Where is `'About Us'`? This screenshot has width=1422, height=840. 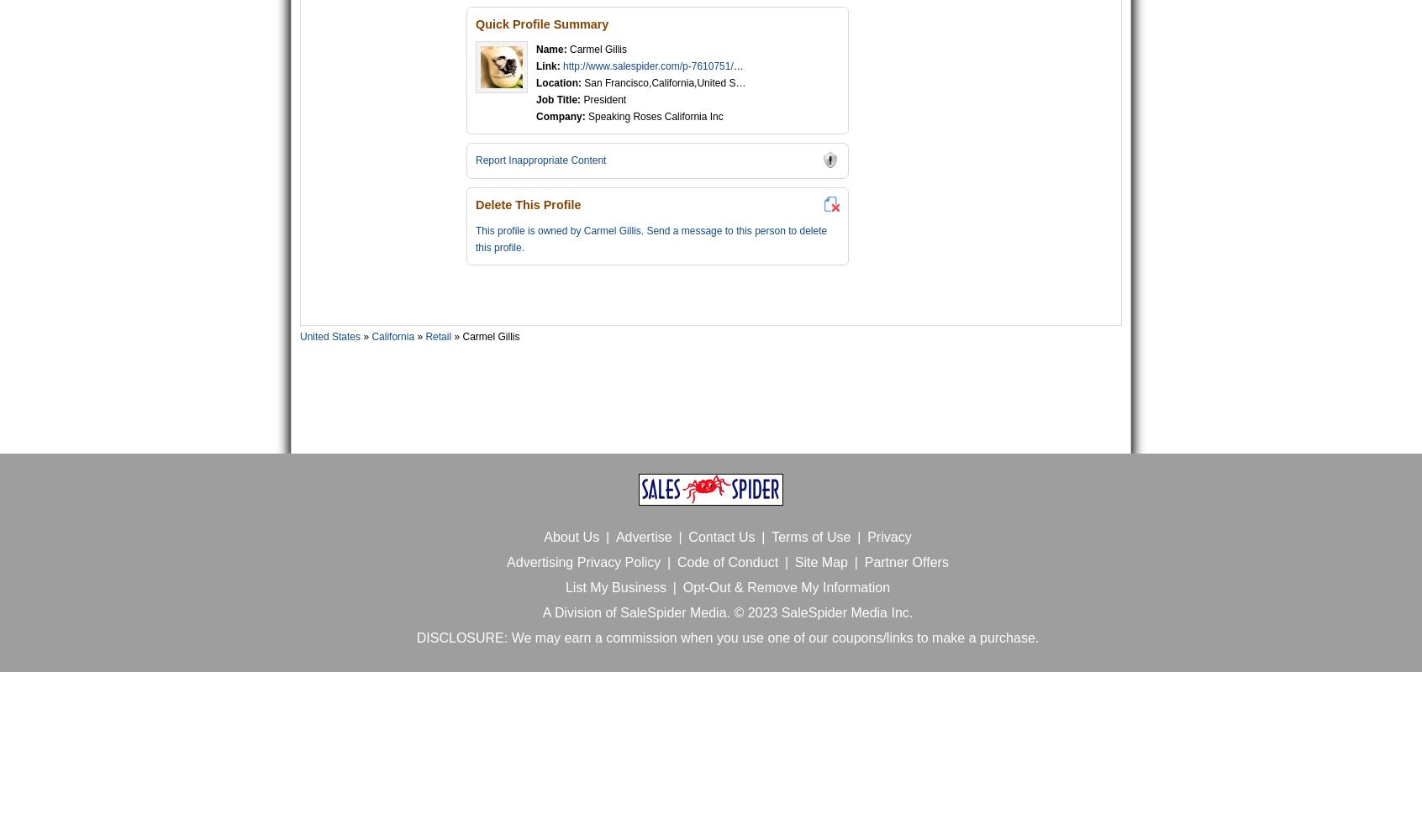 'About Us' is located at coordinates (571, 536).